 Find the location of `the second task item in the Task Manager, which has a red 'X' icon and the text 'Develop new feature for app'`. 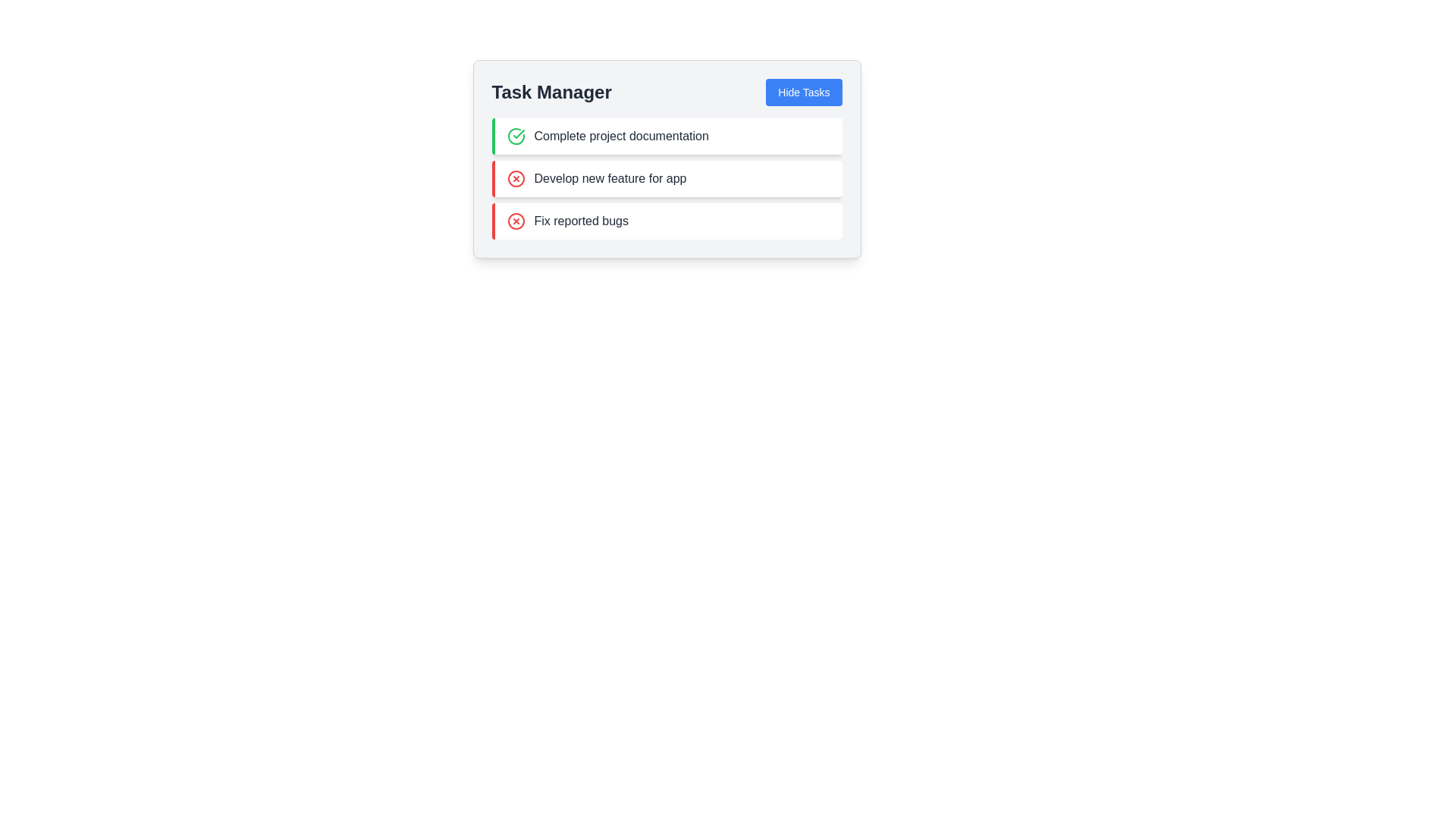

the second task item in the Task Manager, which has a red 'X' icon and the text 'Develop new feature for app' is located at coordinates (667, 177).